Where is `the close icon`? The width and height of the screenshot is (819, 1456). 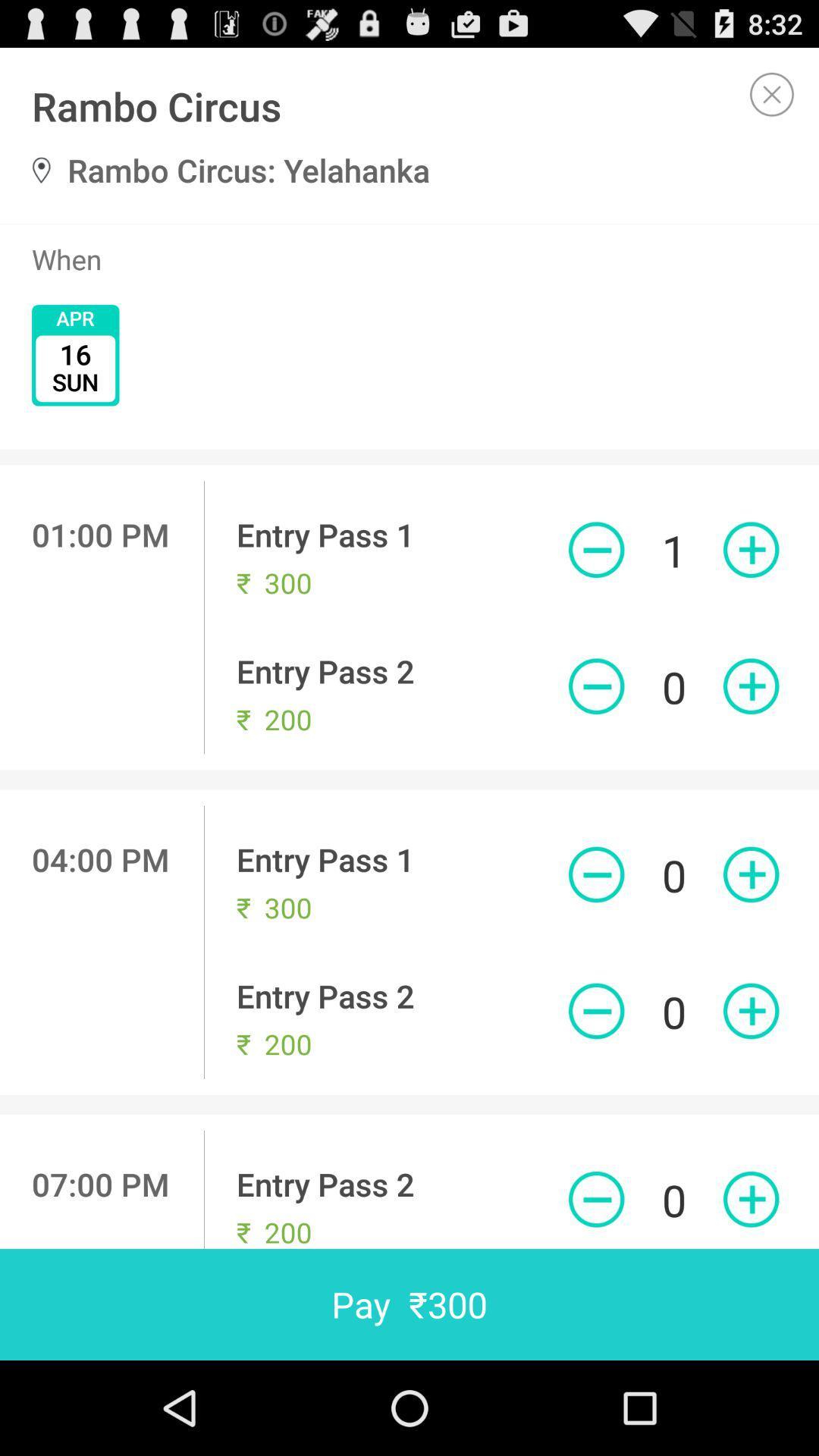 the close icon is located at coordinates (772, 100).